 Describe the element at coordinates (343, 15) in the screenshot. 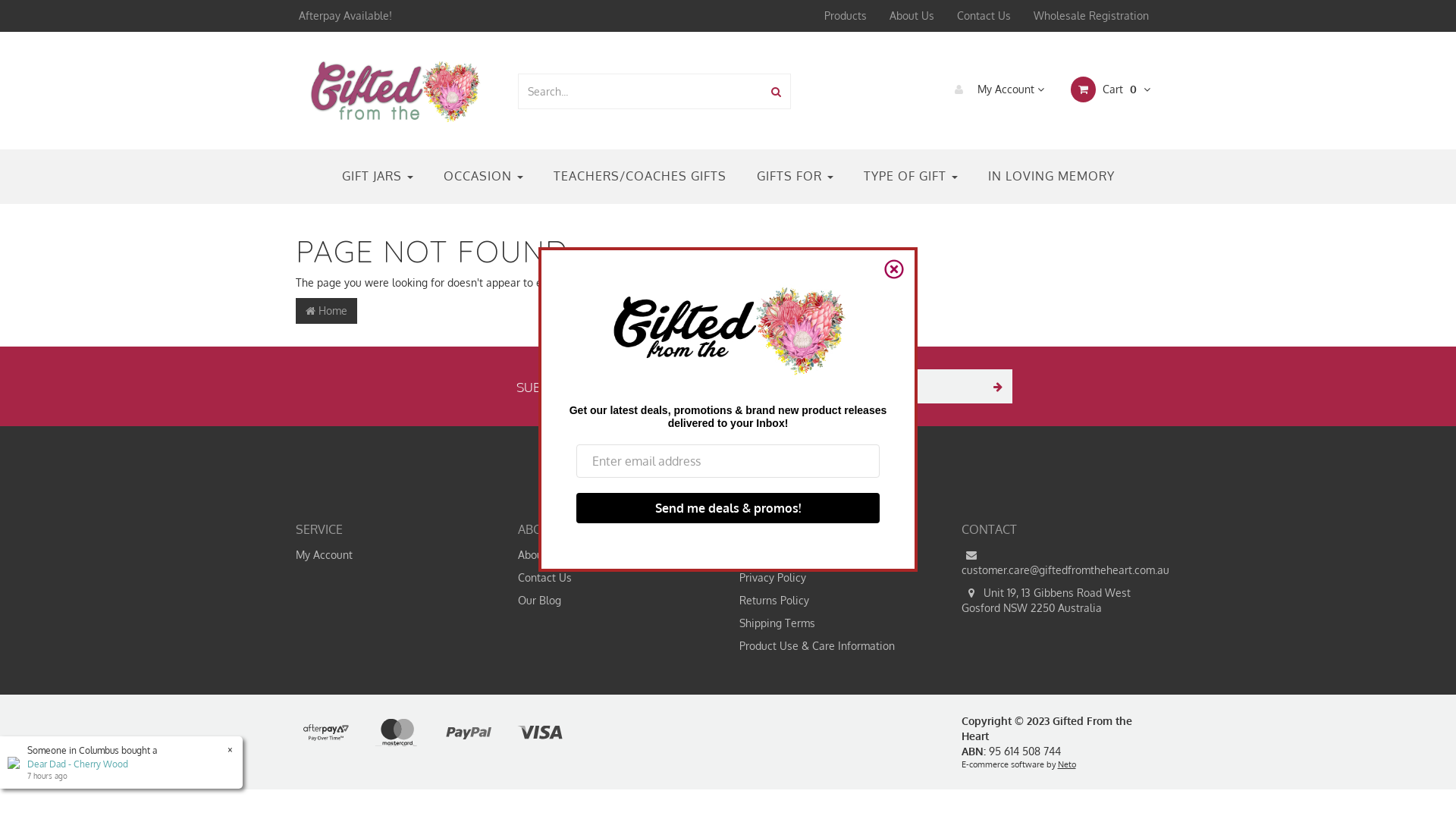

I see `'Afterpay Available!'` at that location.